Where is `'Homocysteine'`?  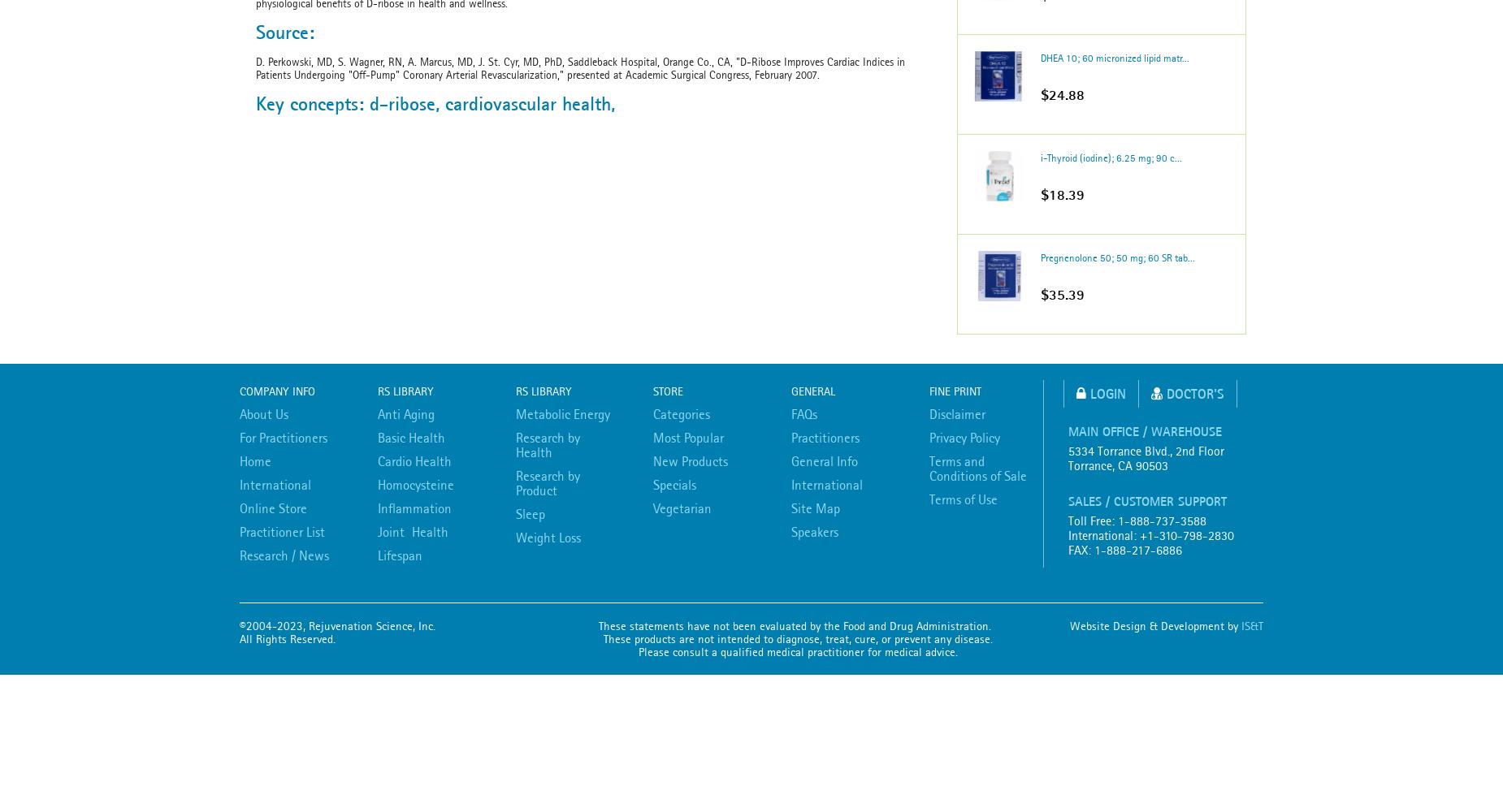 'Homocysteine' is located at coordinates (375, 484).